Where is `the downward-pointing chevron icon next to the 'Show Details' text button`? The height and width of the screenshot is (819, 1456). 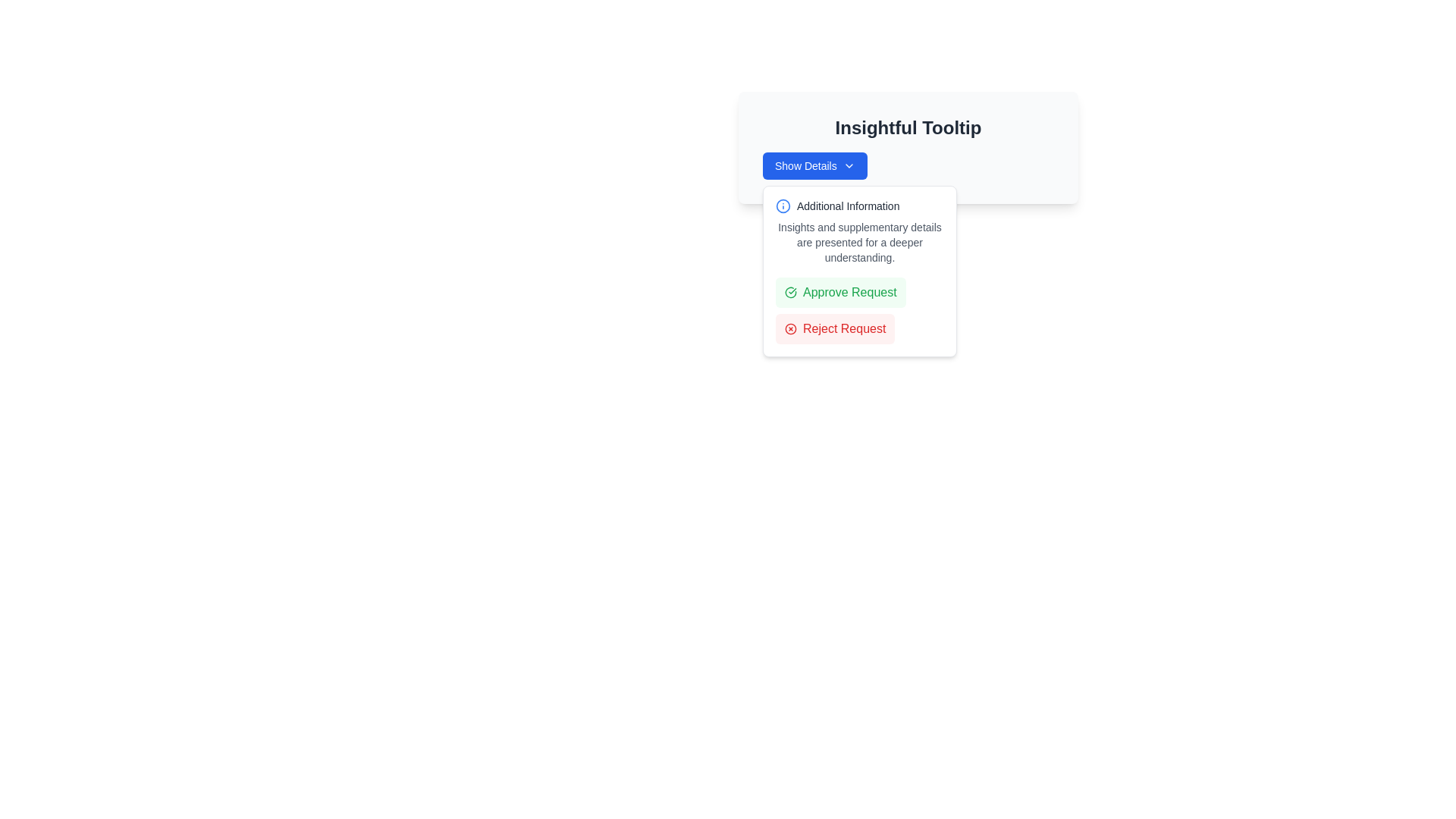 the downward-pointing chevron icon next to the 'Show Details' text button is located at coordinates (848, 166).